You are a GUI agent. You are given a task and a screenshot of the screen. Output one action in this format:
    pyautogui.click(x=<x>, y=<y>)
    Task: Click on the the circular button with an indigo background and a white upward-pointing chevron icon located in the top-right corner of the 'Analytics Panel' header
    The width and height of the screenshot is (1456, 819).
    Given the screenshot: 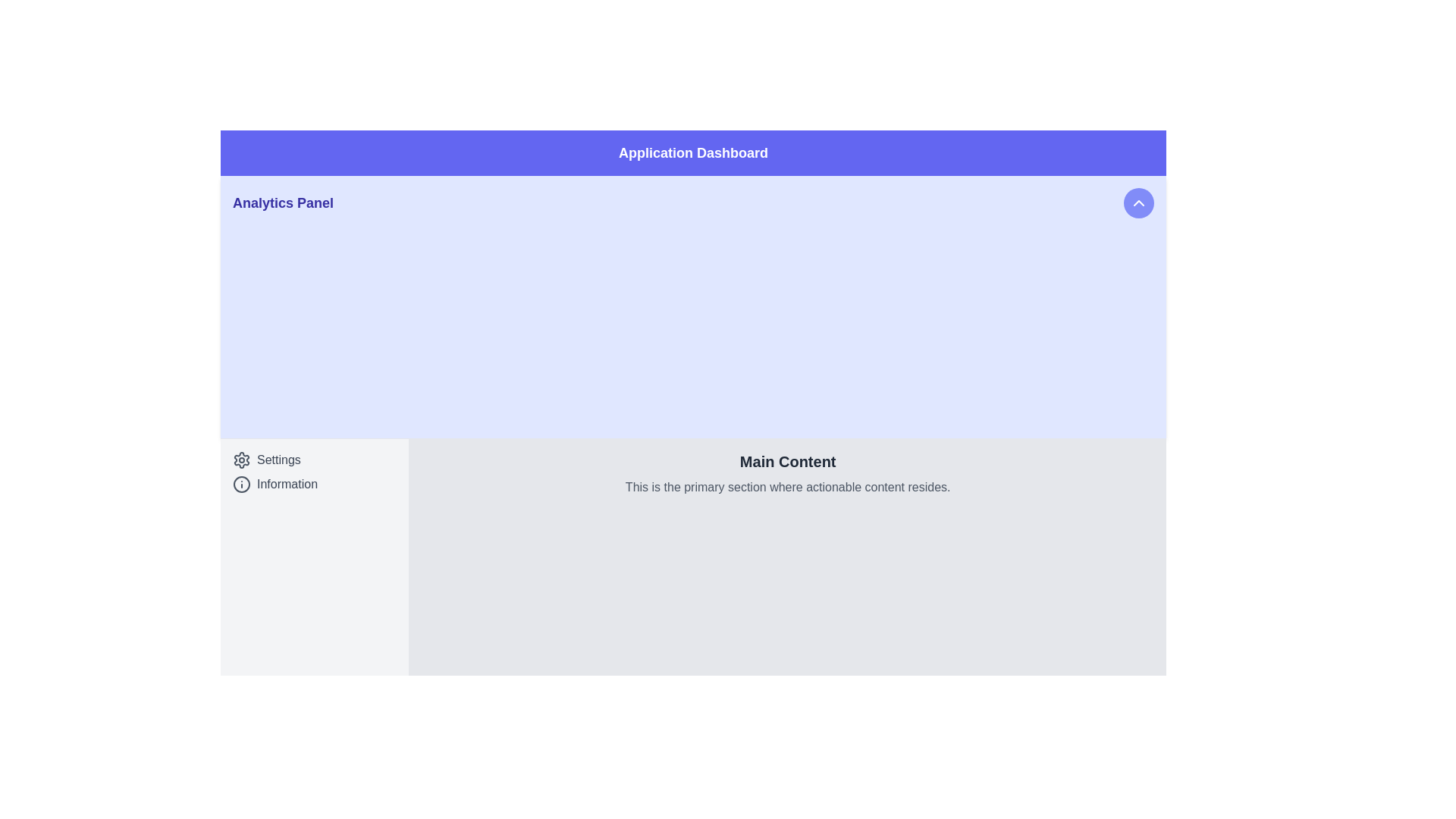 What is the action you would take?
    pyautogui.click(x=1139, y=202)
    